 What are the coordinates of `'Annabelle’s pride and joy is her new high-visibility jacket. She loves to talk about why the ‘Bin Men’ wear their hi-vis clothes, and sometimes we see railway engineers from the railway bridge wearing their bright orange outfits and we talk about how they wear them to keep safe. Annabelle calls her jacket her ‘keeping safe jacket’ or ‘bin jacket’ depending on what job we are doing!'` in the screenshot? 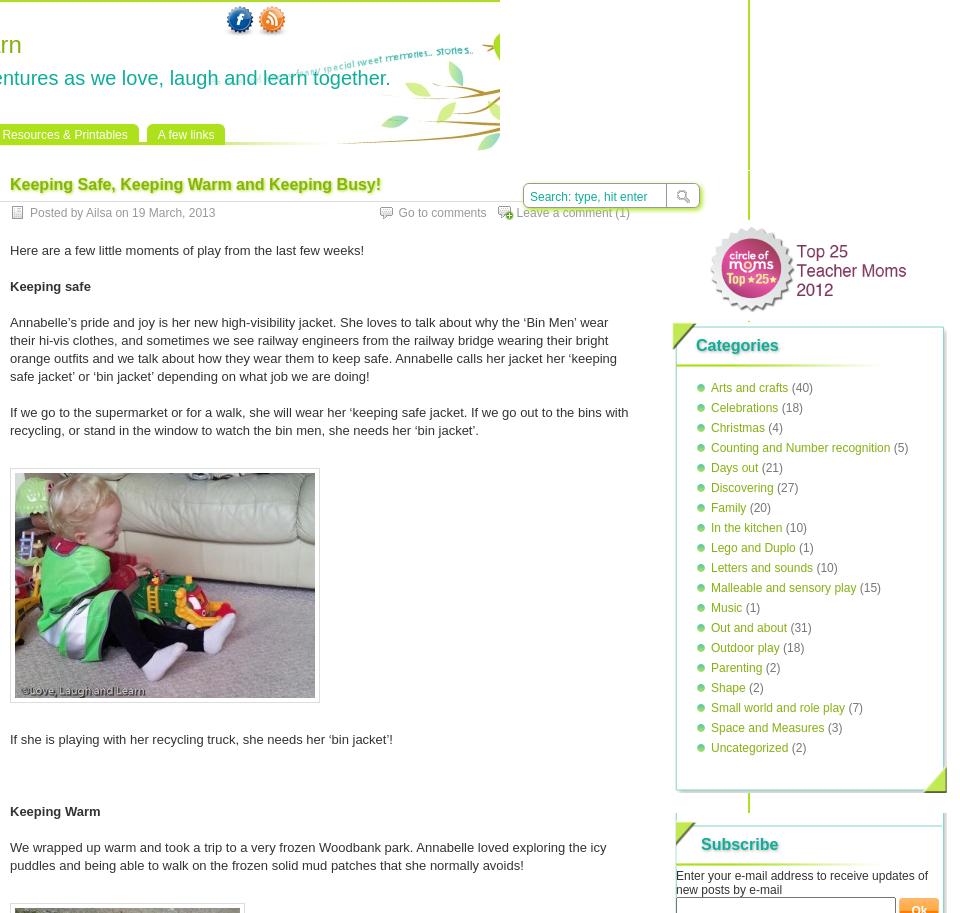 It's located at (313, 349).